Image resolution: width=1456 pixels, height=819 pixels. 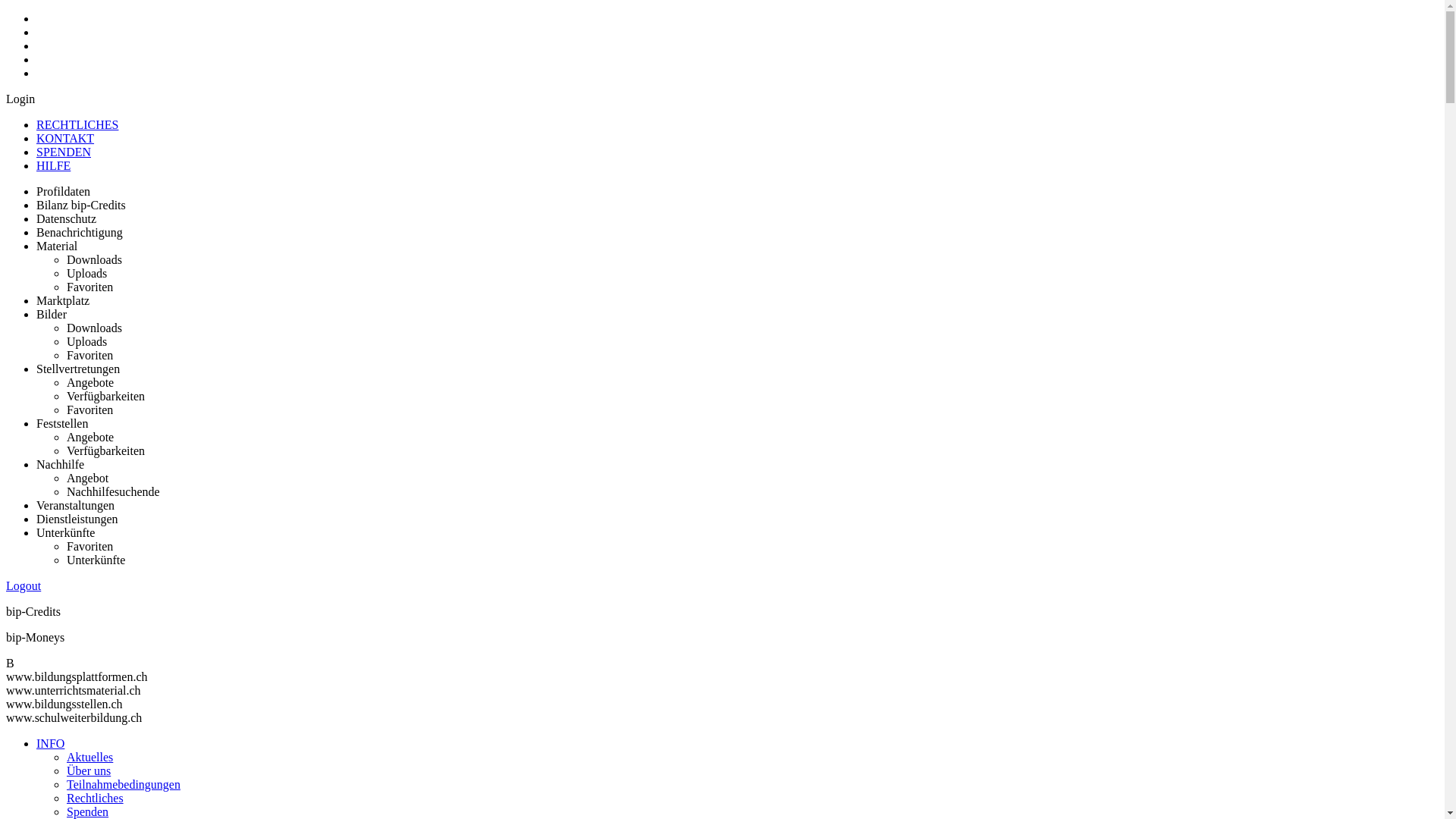 What do you see at coordinates (89, 757) in the screenshot?
I see `'Aktuelles'` at bounding box center [89, 757].